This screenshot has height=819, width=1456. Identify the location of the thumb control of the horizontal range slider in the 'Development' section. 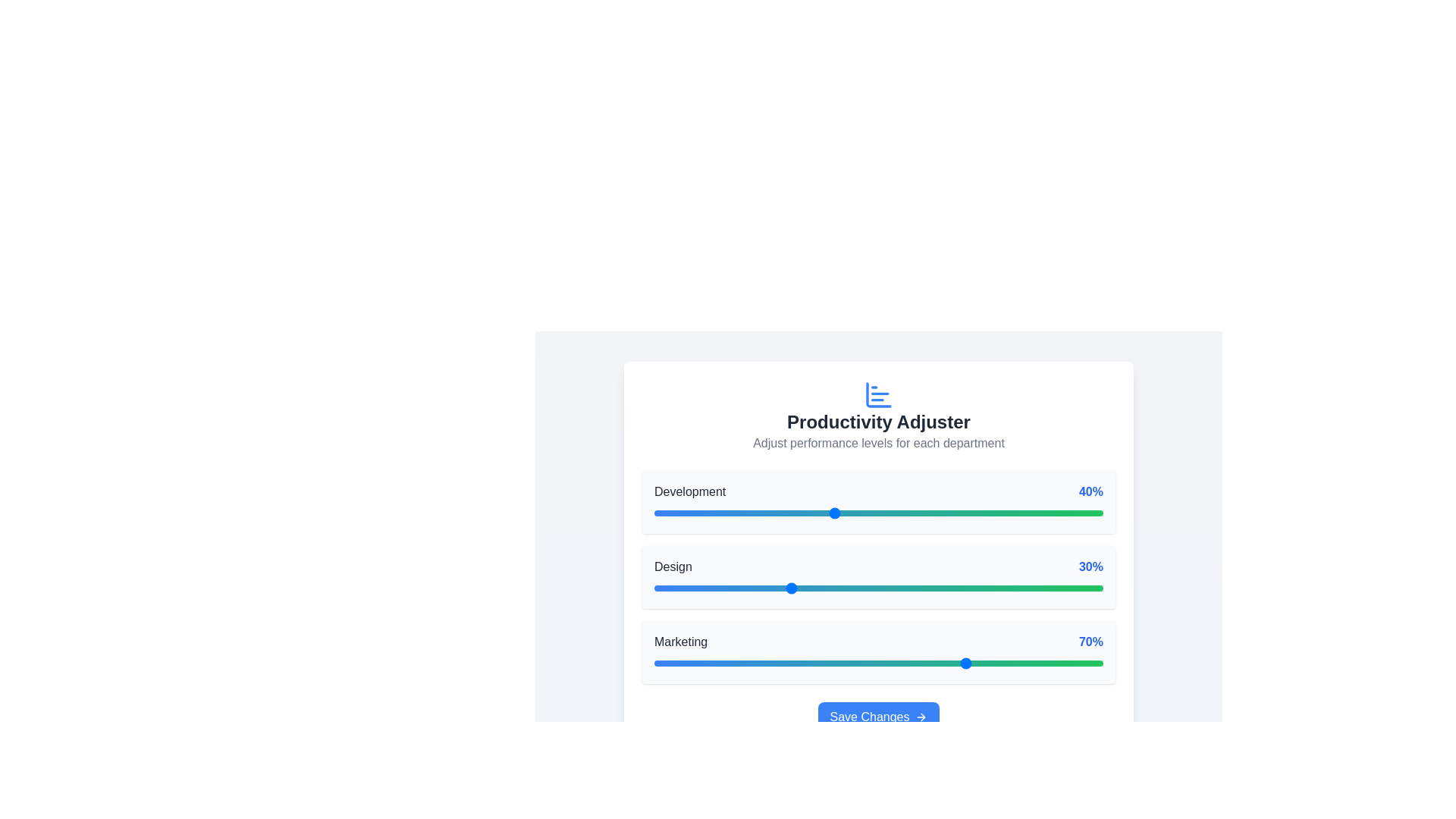
(878, 513).